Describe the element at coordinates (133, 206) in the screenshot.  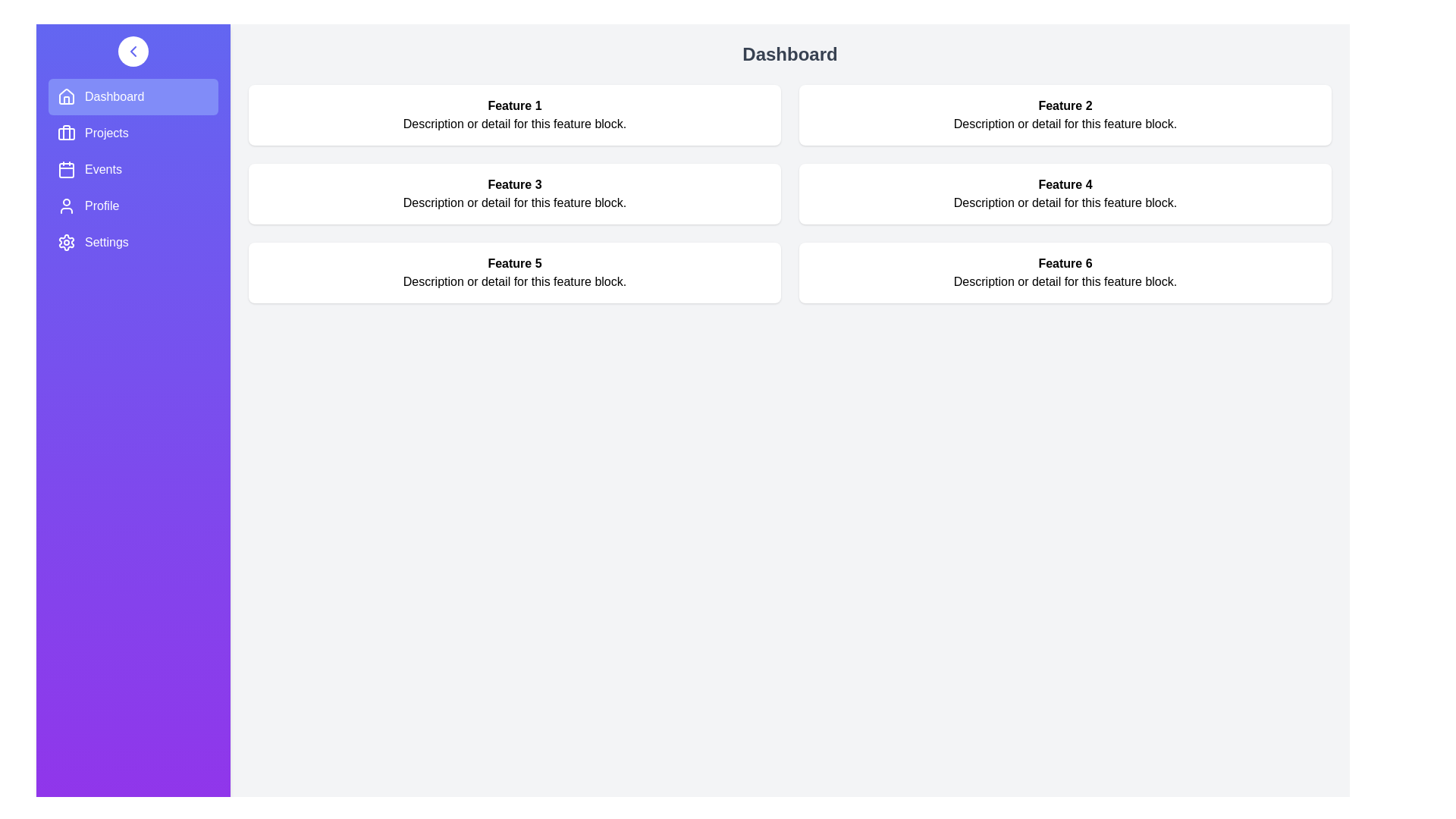
I see `the navigation menu item Profile` at that location.